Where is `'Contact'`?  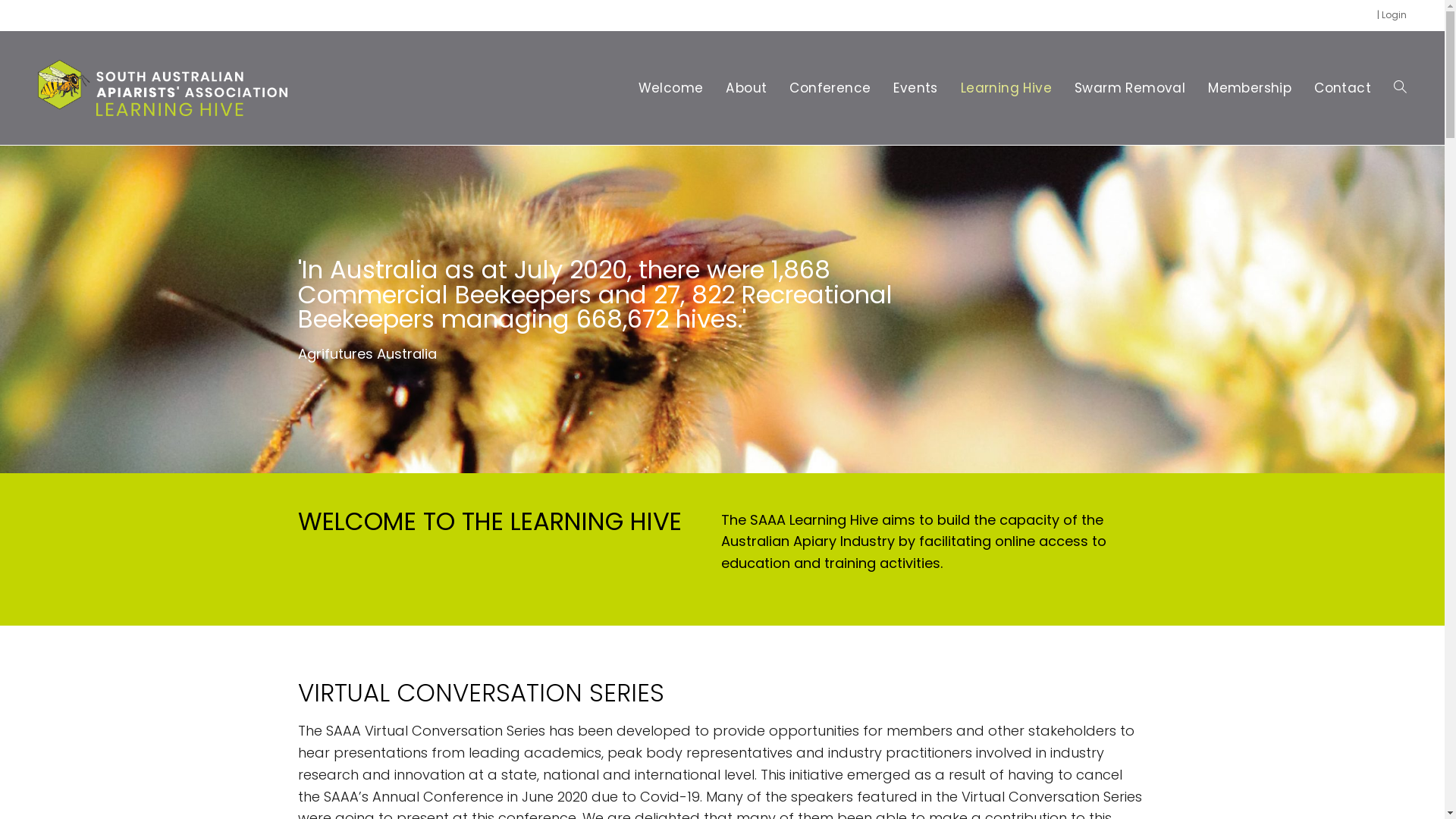 'Contact' is located at coordinates (1342, 87).